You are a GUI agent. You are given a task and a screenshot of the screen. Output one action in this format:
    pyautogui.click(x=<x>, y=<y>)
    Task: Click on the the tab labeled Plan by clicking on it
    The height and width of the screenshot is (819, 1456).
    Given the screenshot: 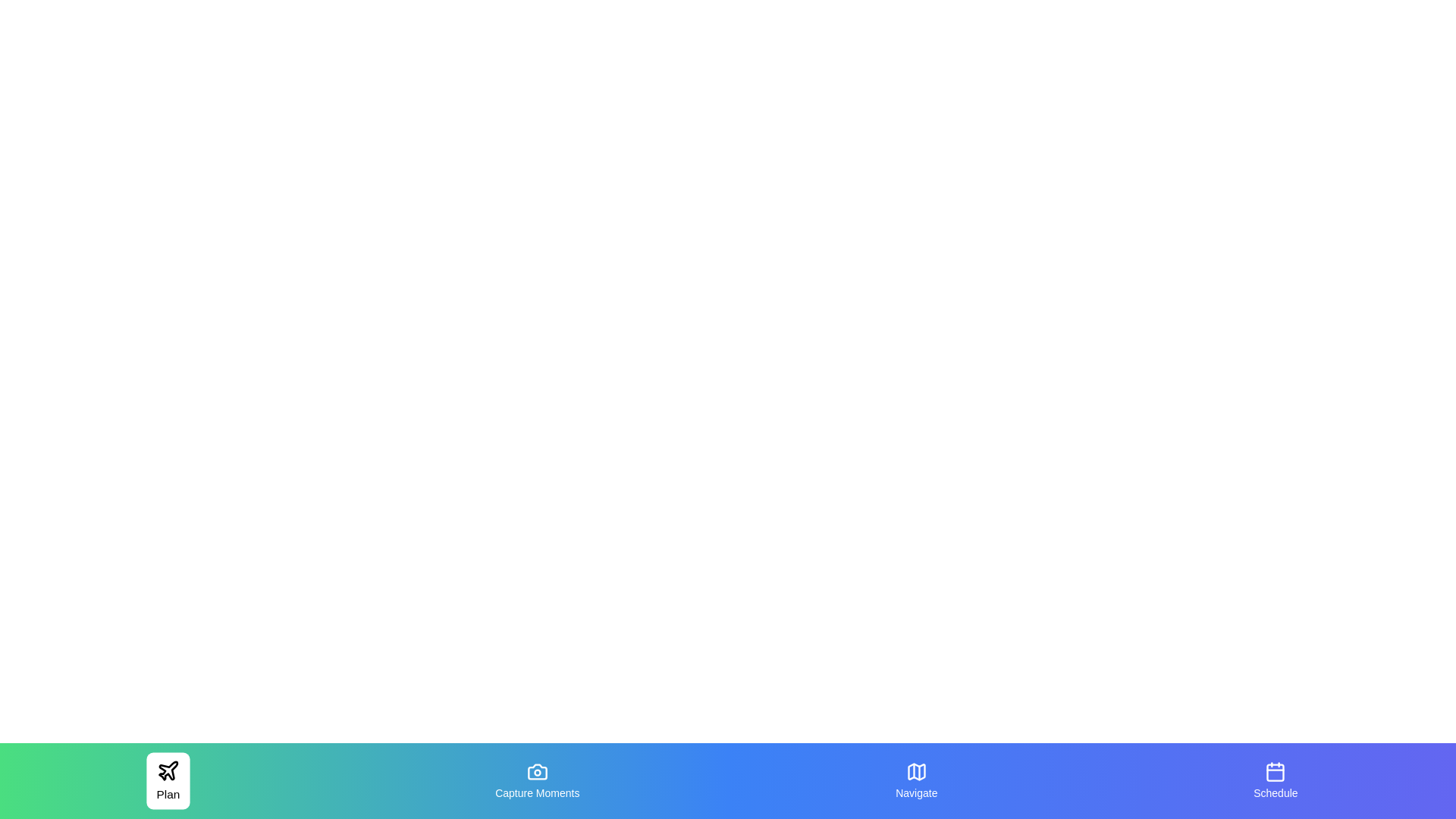 What is the action you would take?
    pyautogui.click(x=168, y=780)
    